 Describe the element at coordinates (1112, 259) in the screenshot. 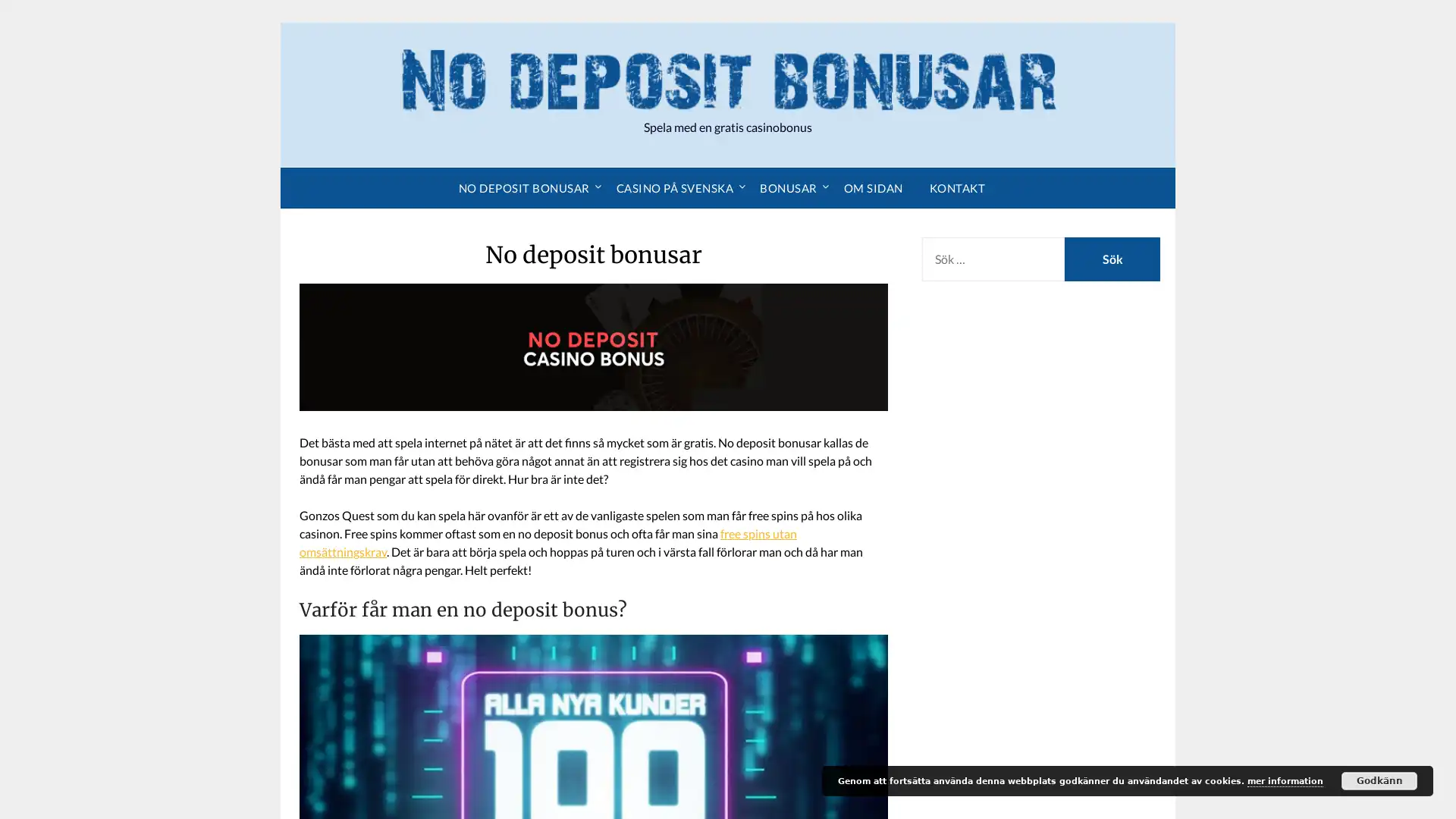

I see `Sok` at that location.